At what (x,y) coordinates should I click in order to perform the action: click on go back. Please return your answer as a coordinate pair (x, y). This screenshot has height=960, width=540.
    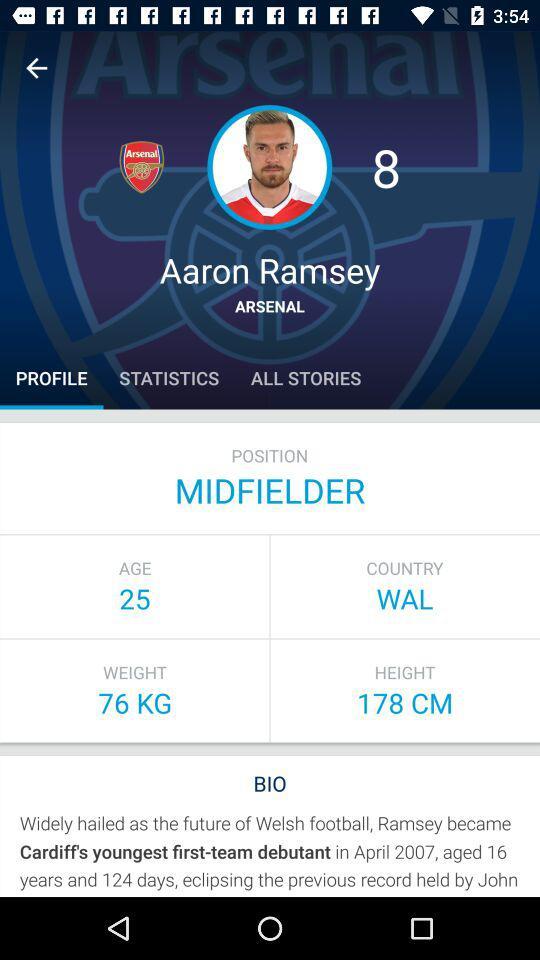
    Looking at the image, I should click on (36, 68).